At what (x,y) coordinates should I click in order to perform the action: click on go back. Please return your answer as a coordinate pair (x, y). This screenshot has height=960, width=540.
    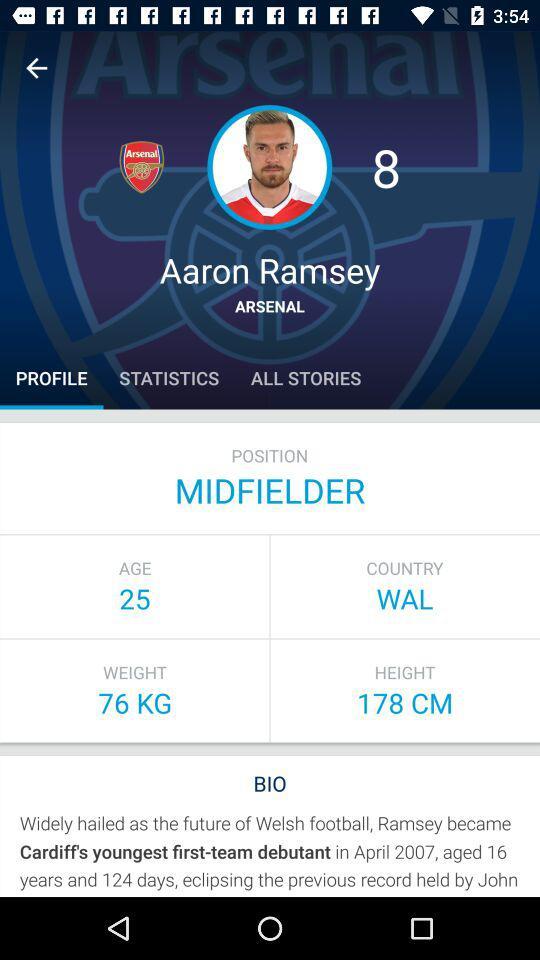
    Looking at the image, I should click on (36, 68).